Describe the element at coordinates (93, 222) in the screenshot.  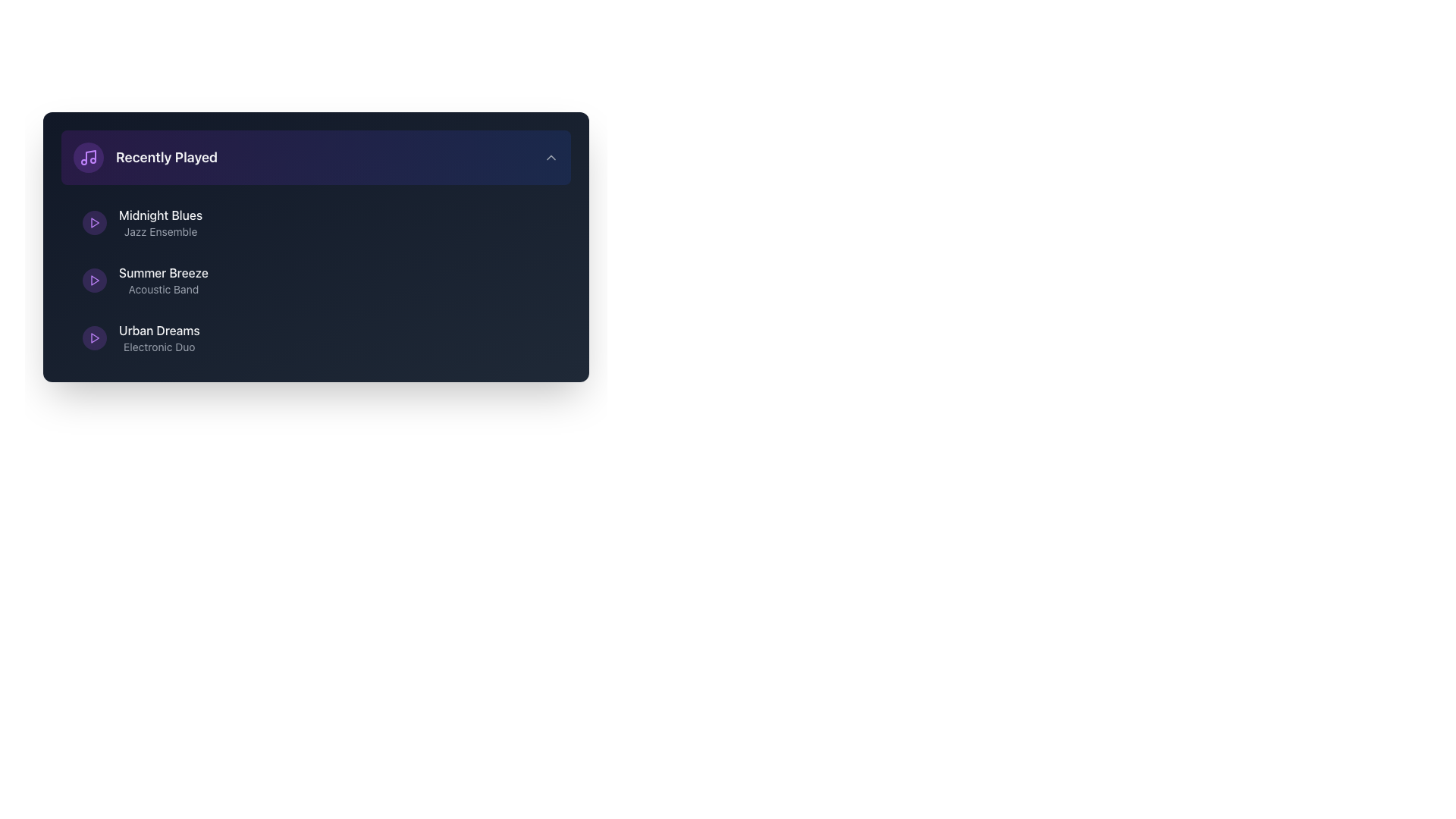
I see `the small purple triangular play button located to the left of the text 'Midnight Blues'` at that location.